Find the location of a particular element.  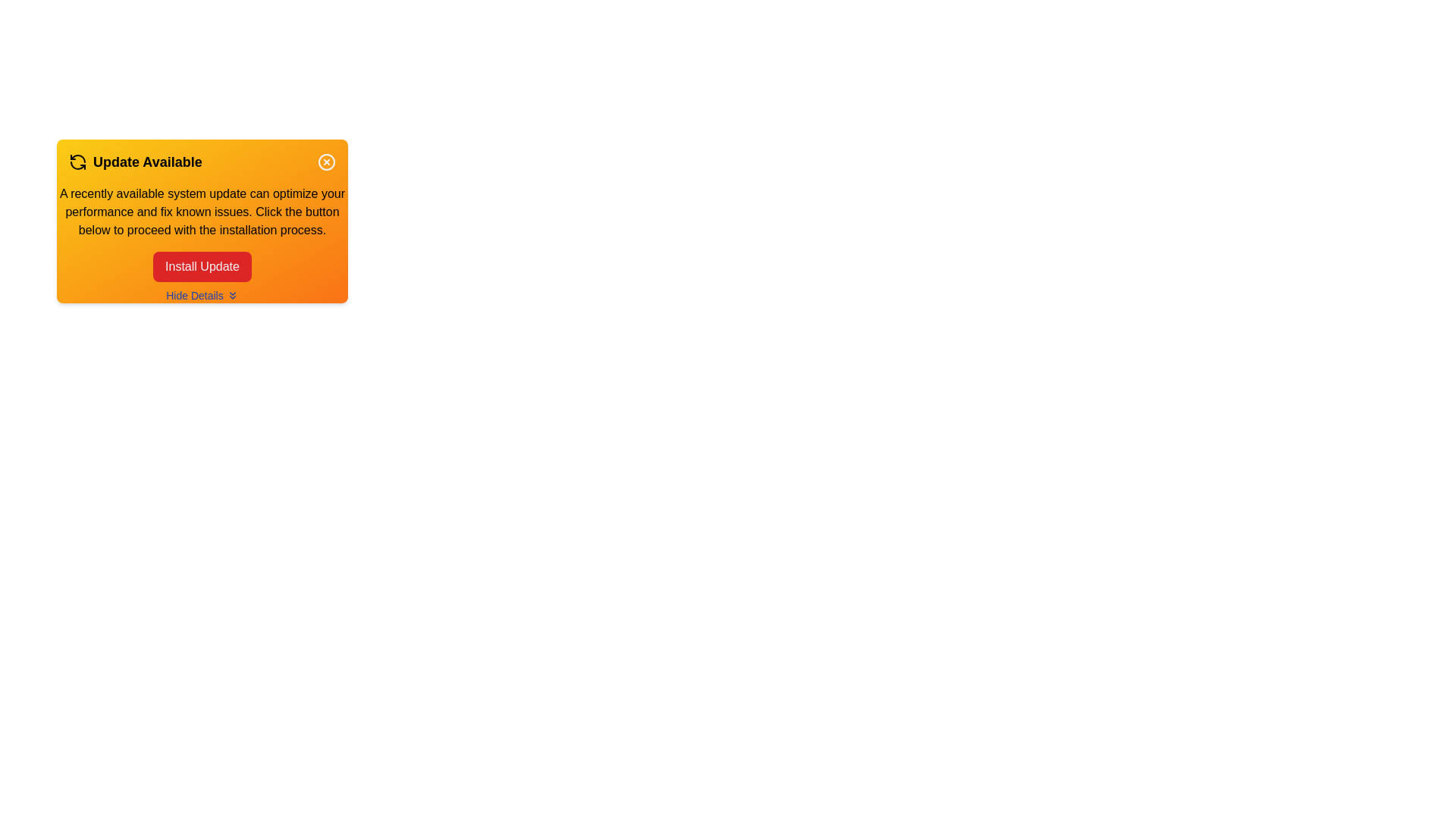

the refresh icon to trigger its action is located at coordinates (77, 162).